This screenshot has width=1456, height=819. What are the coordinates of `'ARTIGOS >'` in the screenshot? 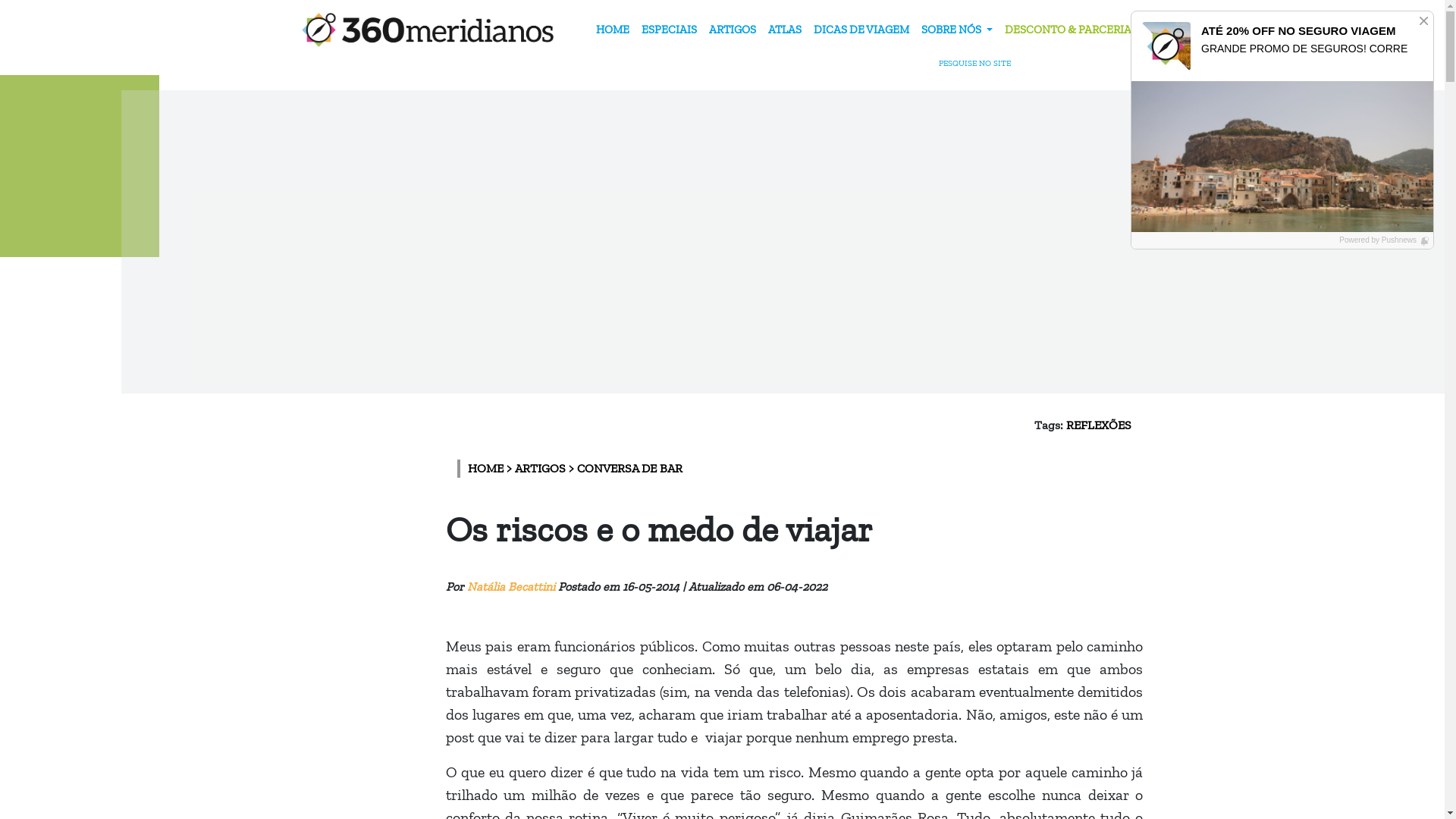 It's located at (545, 467).